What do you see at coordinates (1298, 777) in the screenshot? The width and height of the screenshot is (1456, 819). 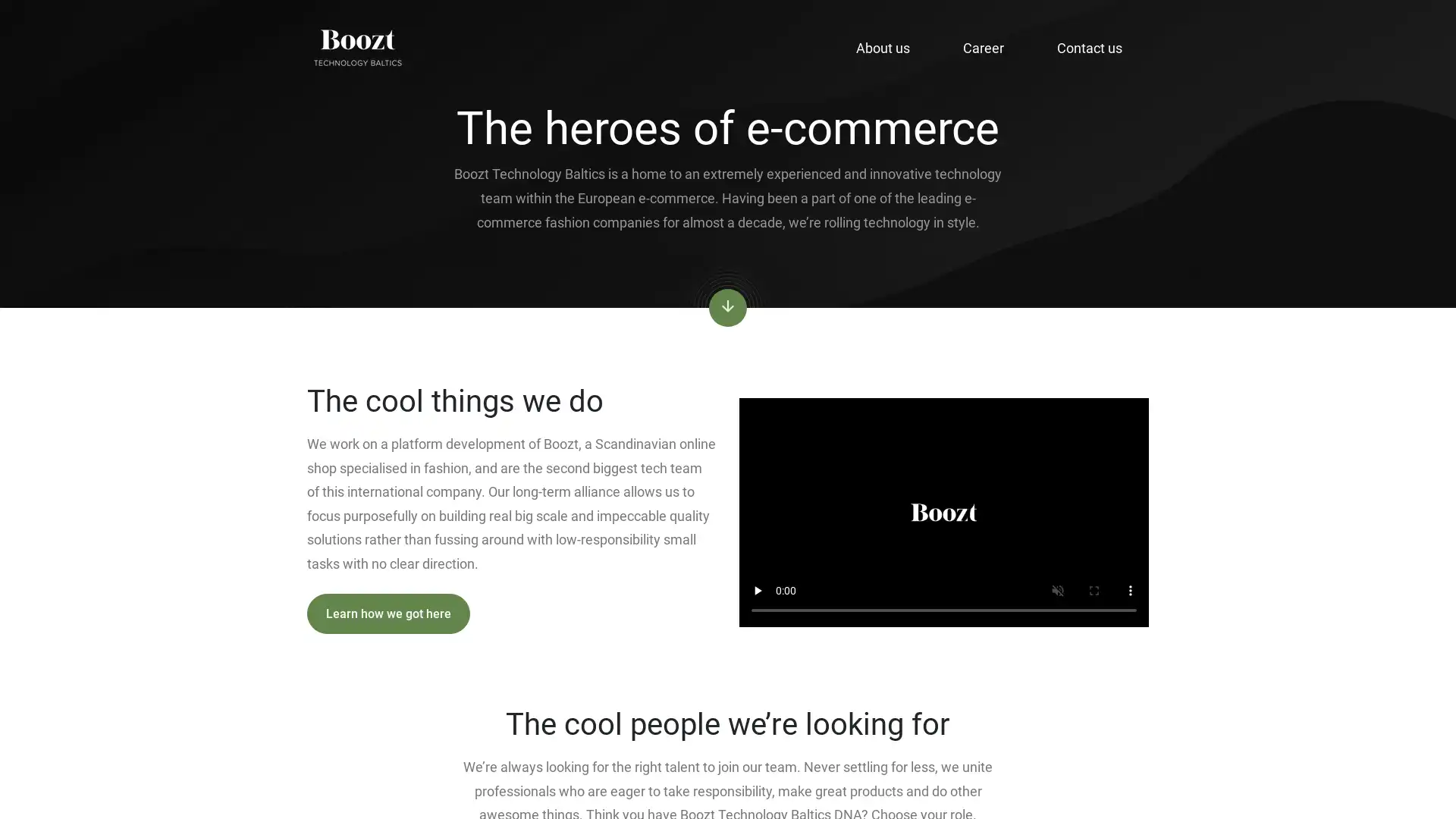 I see `dismiss cookie message` at bounding box center [1298, 777].